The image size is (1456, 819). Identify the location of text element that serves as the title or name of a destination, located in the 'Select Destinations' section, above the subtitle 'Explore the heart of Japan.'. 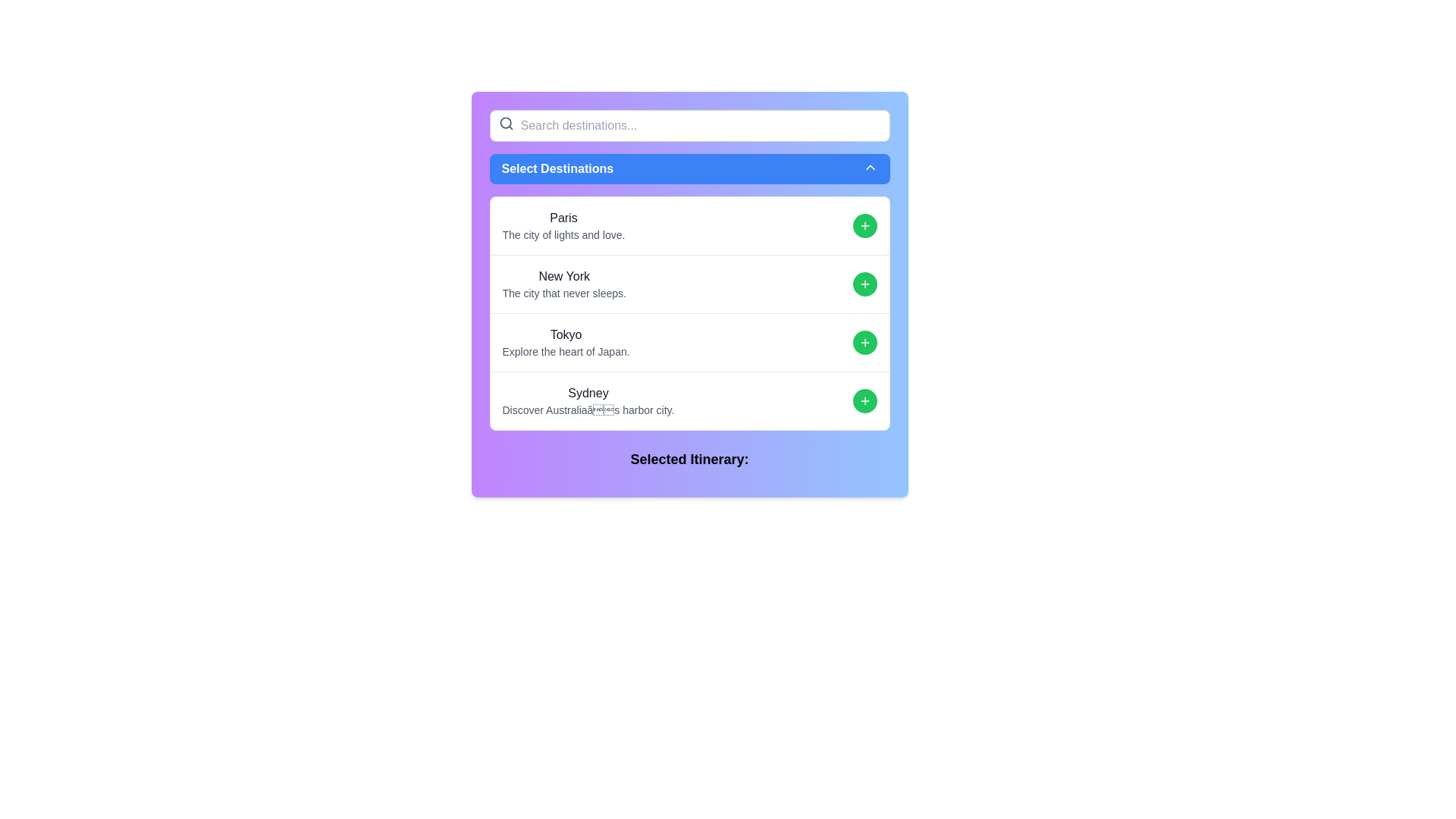
(565, 334).